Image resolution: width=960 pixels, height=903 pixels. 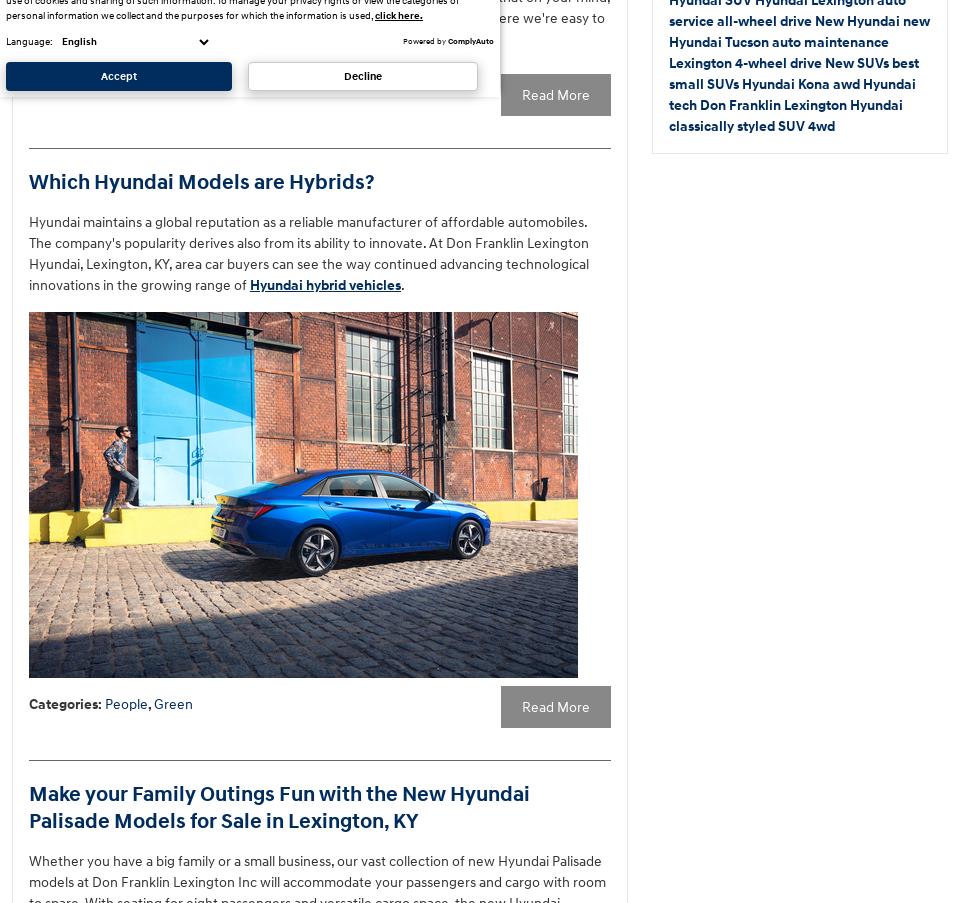 What do you see at coordinates (801, 104) in the screenshot?
I see `'Don Franklin Lexington Hyundai'` at bounding box center [801, 104].